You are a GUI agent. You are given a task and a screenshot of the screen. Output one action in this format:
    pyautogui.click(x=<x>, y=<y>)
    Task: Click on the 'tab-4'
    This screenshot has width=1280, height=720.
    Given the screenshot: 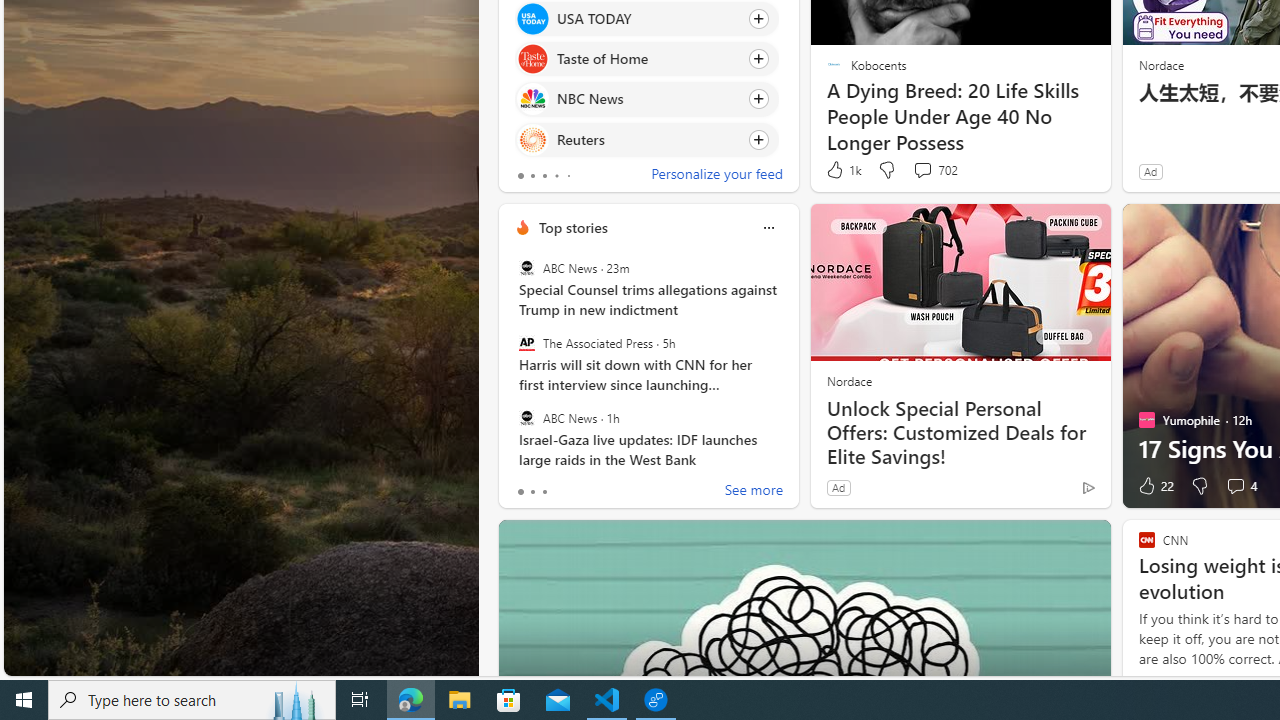 What is the action you would take?
    pyautogui.click(x=567, y=175)
    